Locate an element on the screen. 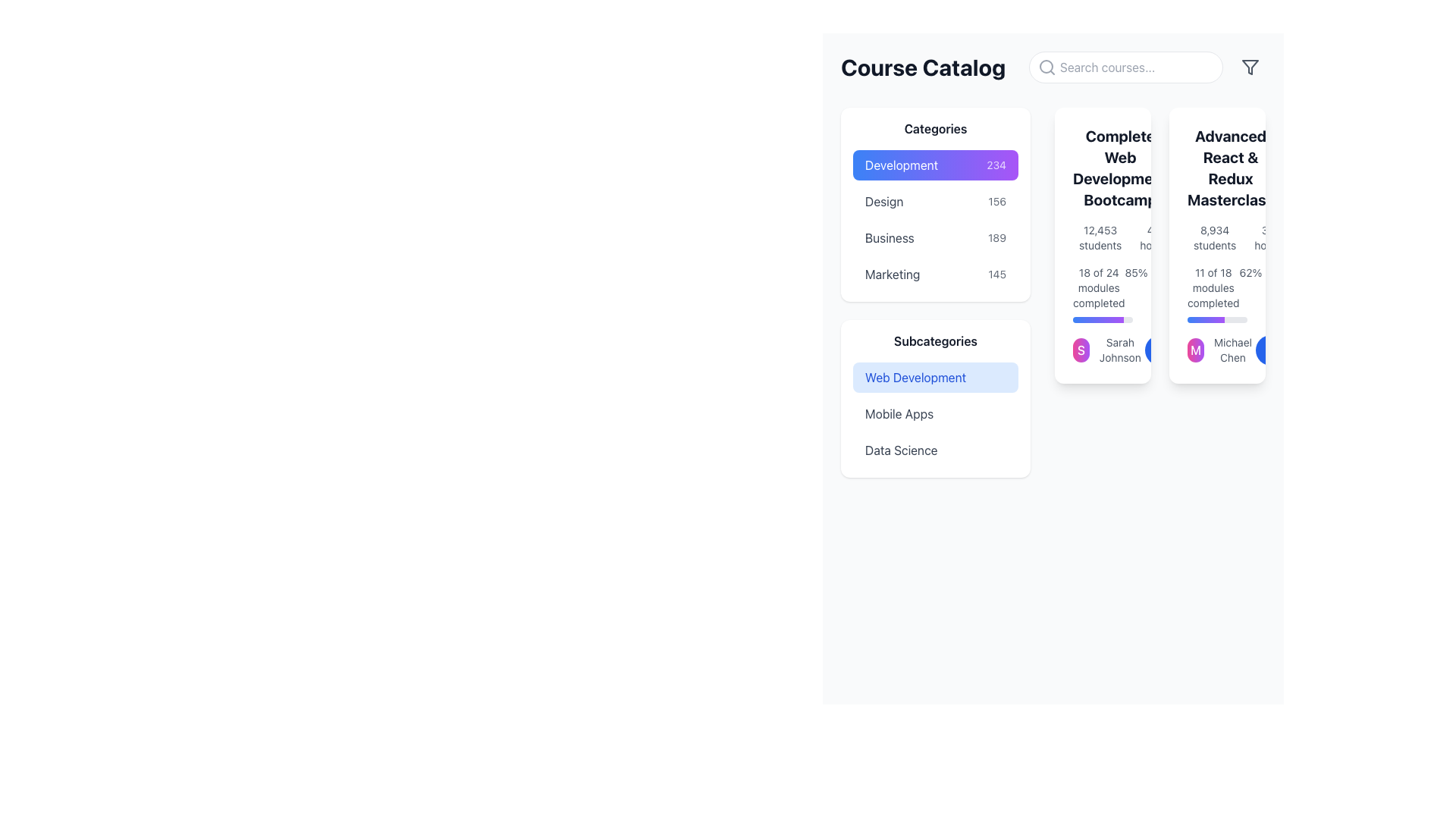  text value from the Text Label displaying '12,453 students', located below the course title in the card titled 'Complete Web Development Bootcamp' is located at coordinates (1103, 237).